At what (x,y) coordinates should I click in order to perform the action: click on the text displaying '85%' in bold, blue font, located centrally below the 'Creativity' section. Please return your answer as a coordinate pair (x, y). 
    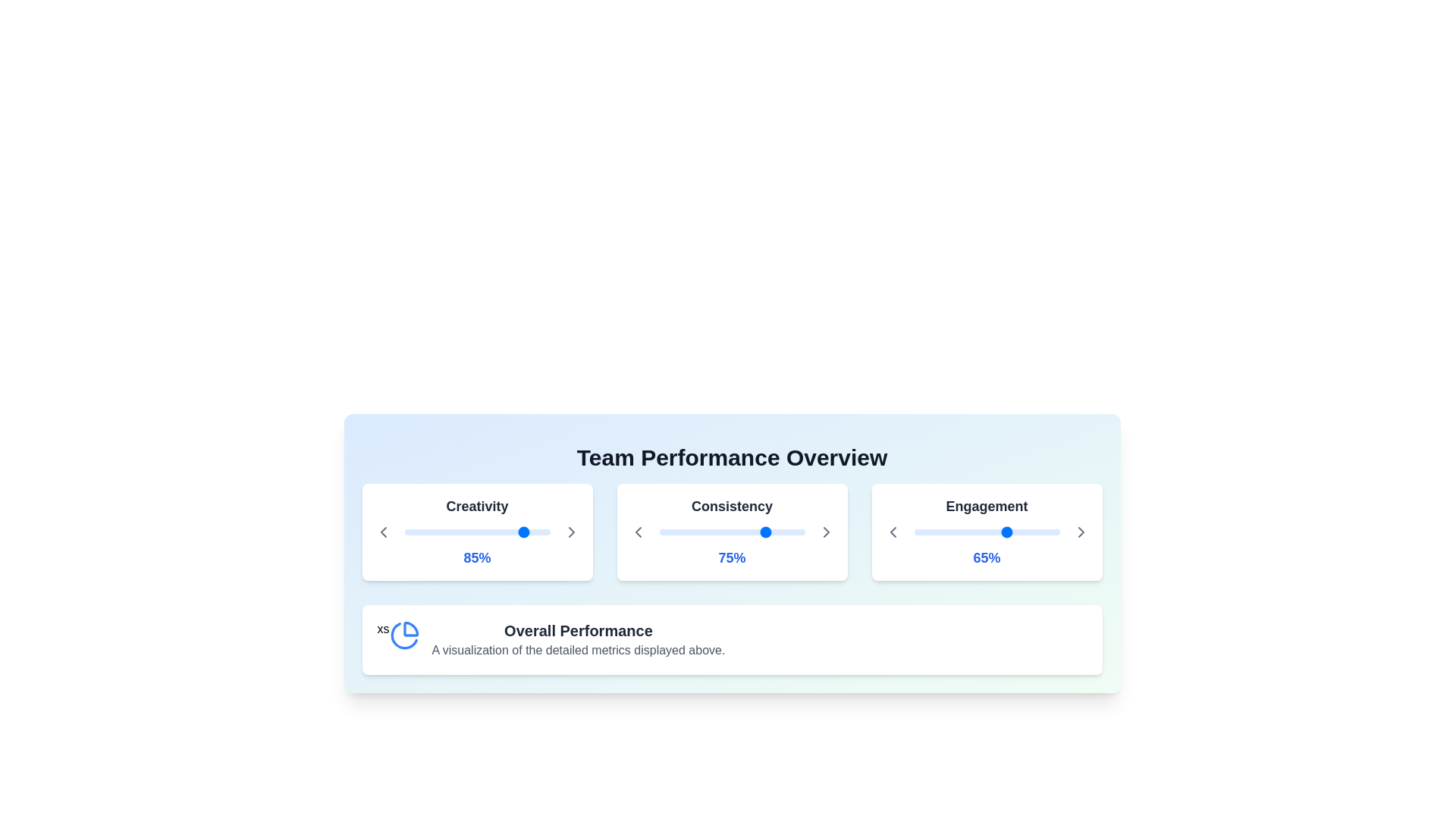
    Looking at the image, I should click on (476, 558).